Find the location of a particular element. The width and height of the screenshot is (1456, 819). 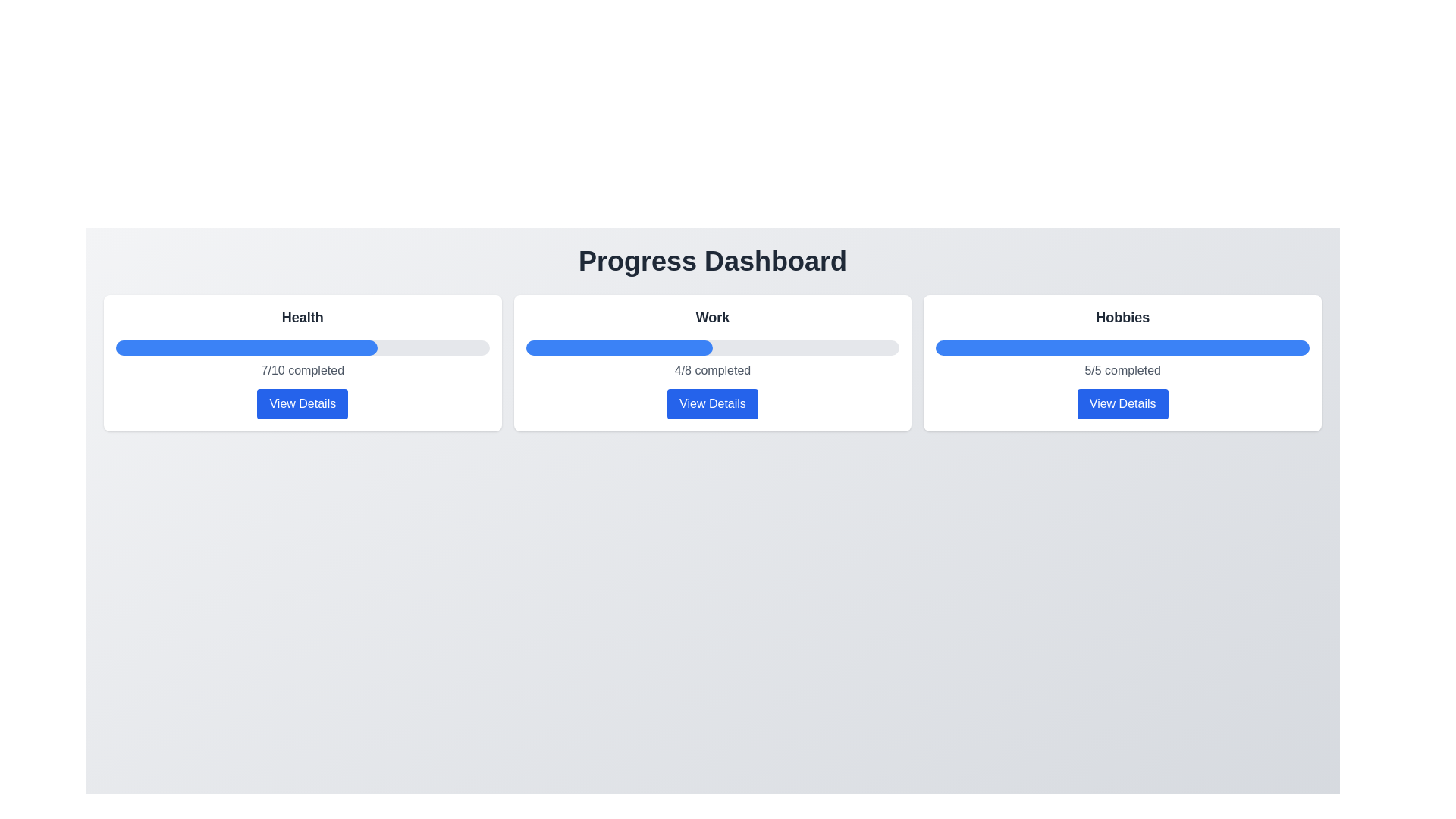

the text label displaying '7/10 completed' progress information, located below the progress bar in the first card under the 'Health' section is located at coordinates (303, 371).